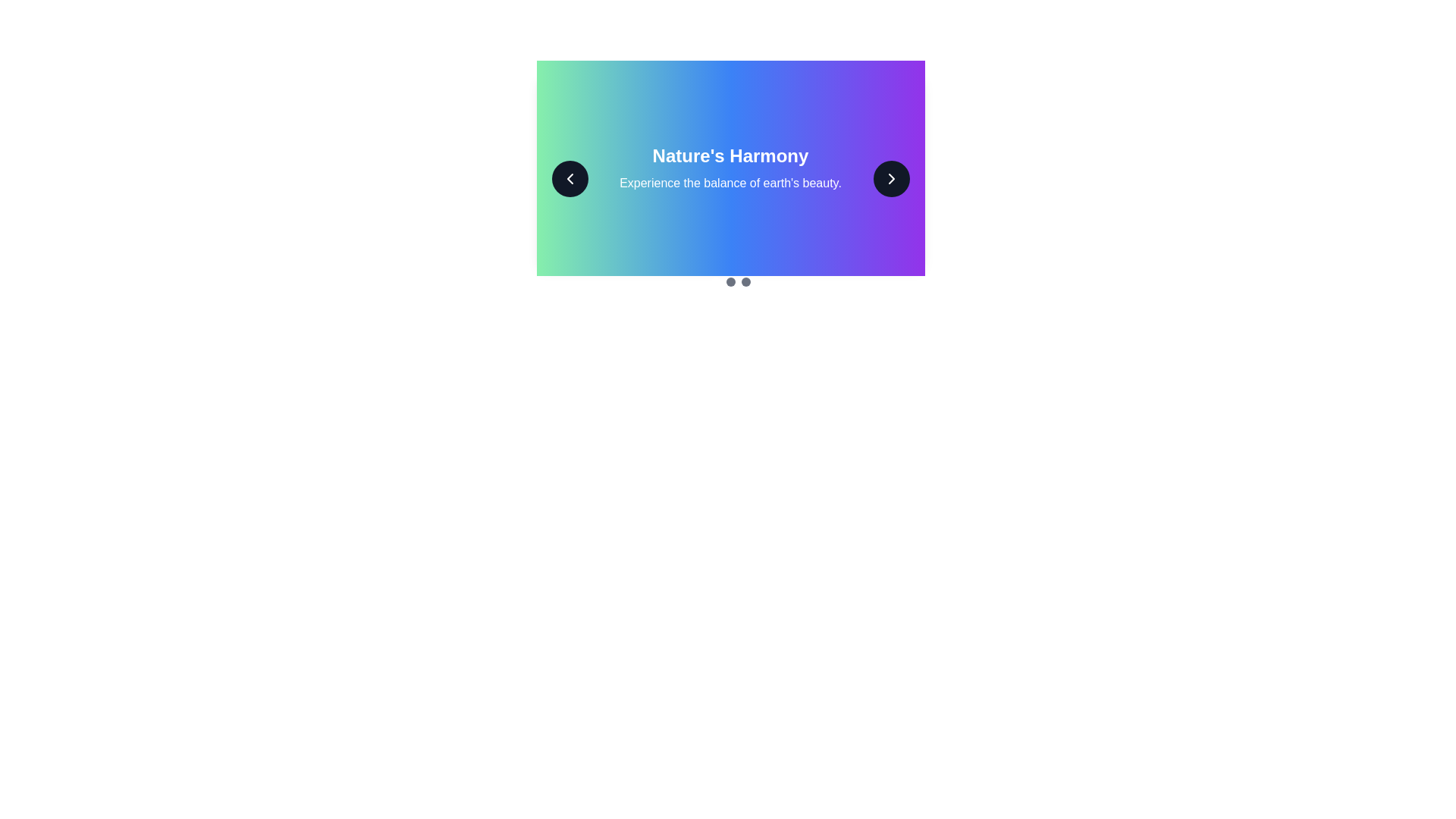 This screenshot has width=1456, height=819. What do you see at coordinates (730, 281) in the screenshot?
I see `the second circular Indicator Dot in the carousel` at bounding box center [730, 281].